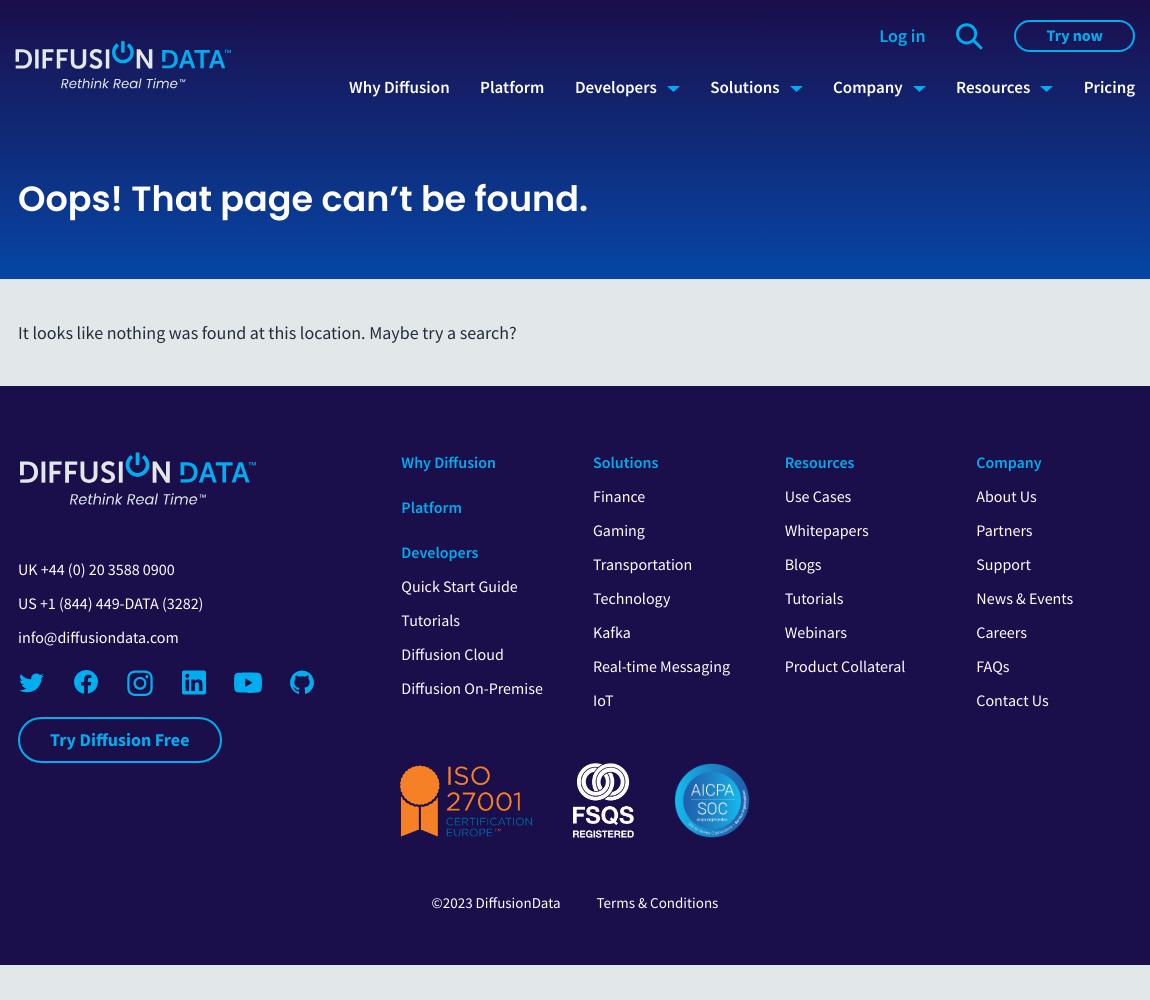 This screenshot has width=1150, height=1000. I want to click on 'Whitepapers', so click(825, 531).